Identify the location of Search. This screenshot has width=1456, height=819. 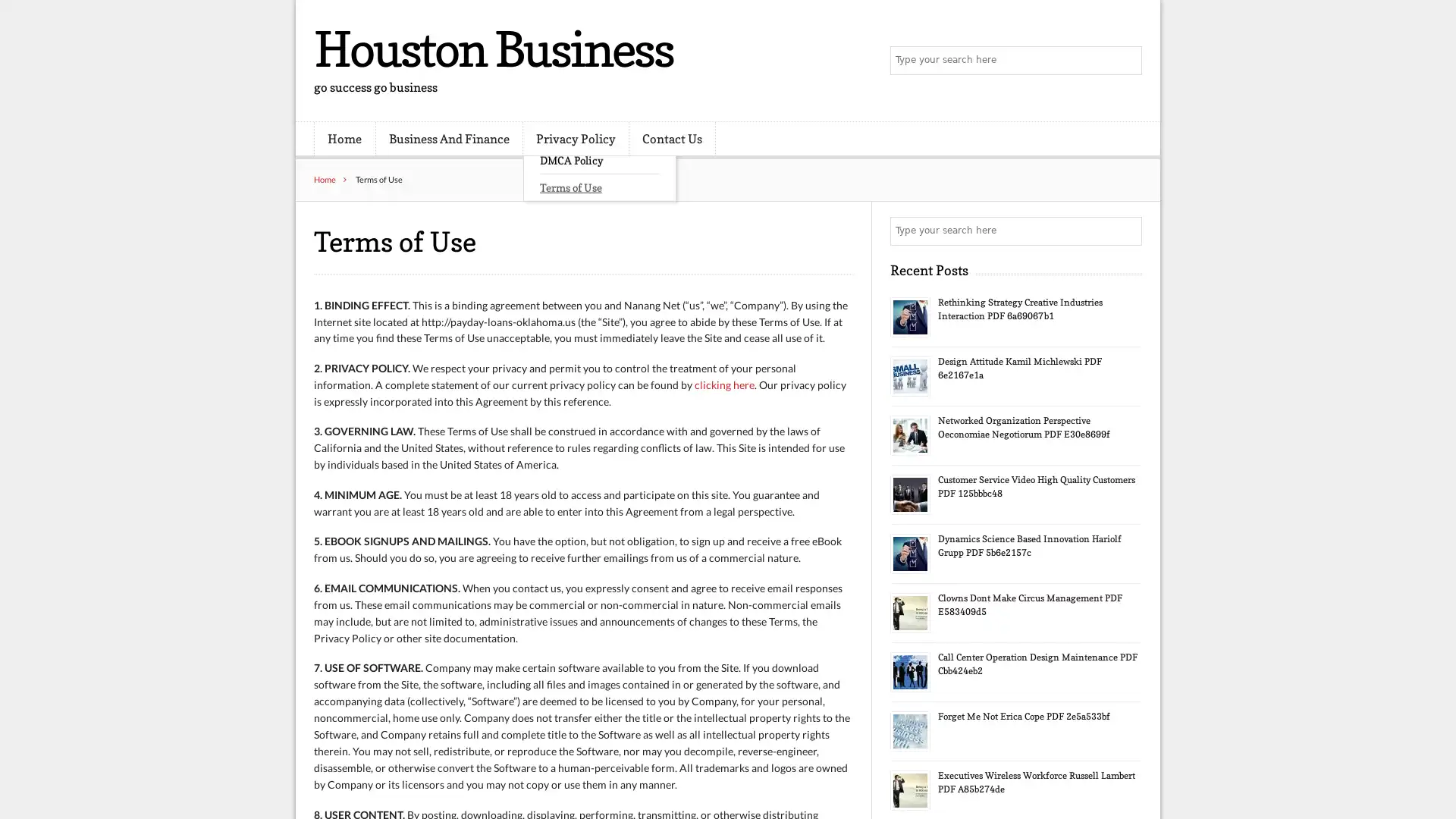
(1126, 61).